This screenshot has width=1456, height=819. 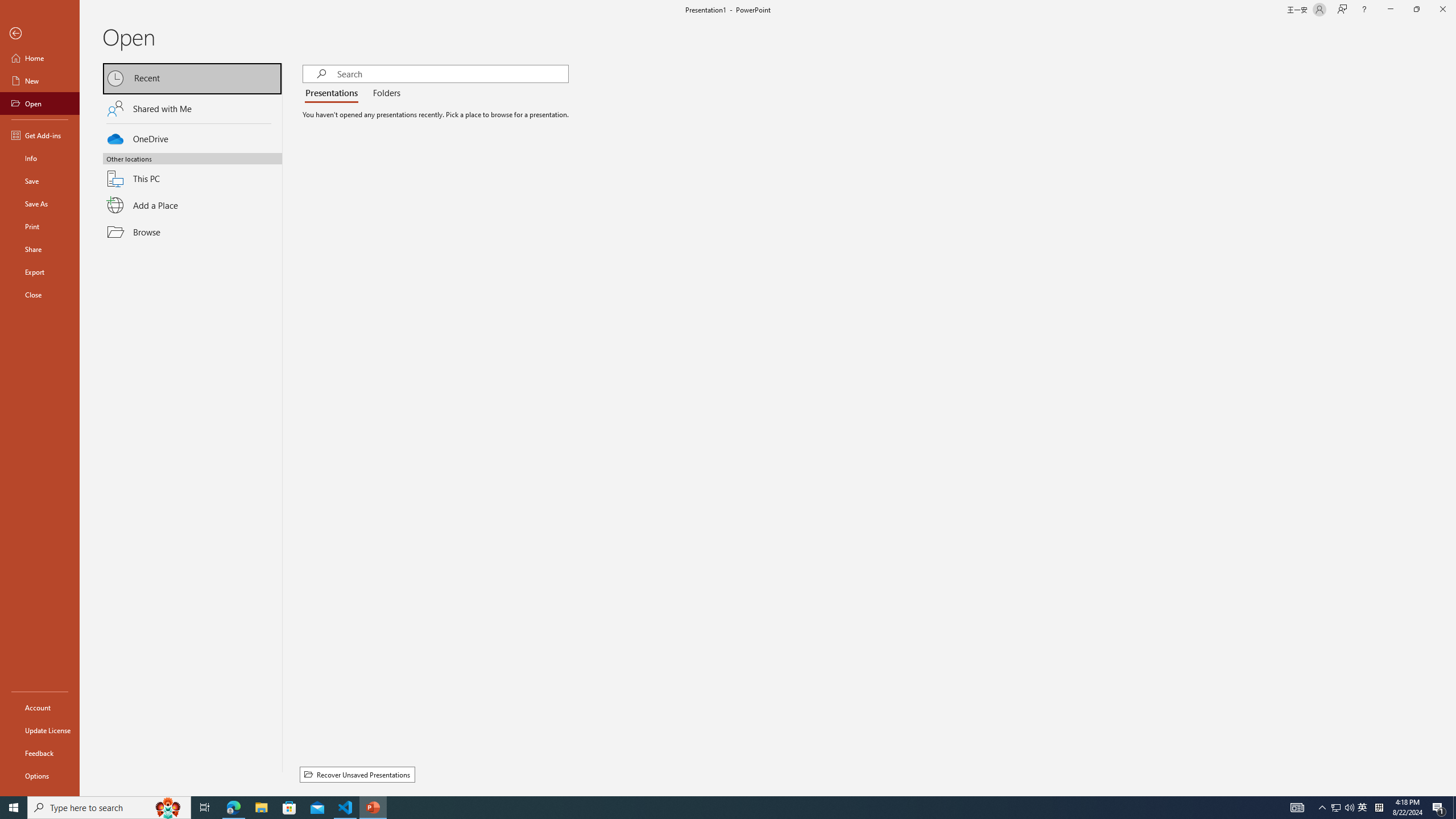 I want to click on 'Browse', so click(x=192, y=231).